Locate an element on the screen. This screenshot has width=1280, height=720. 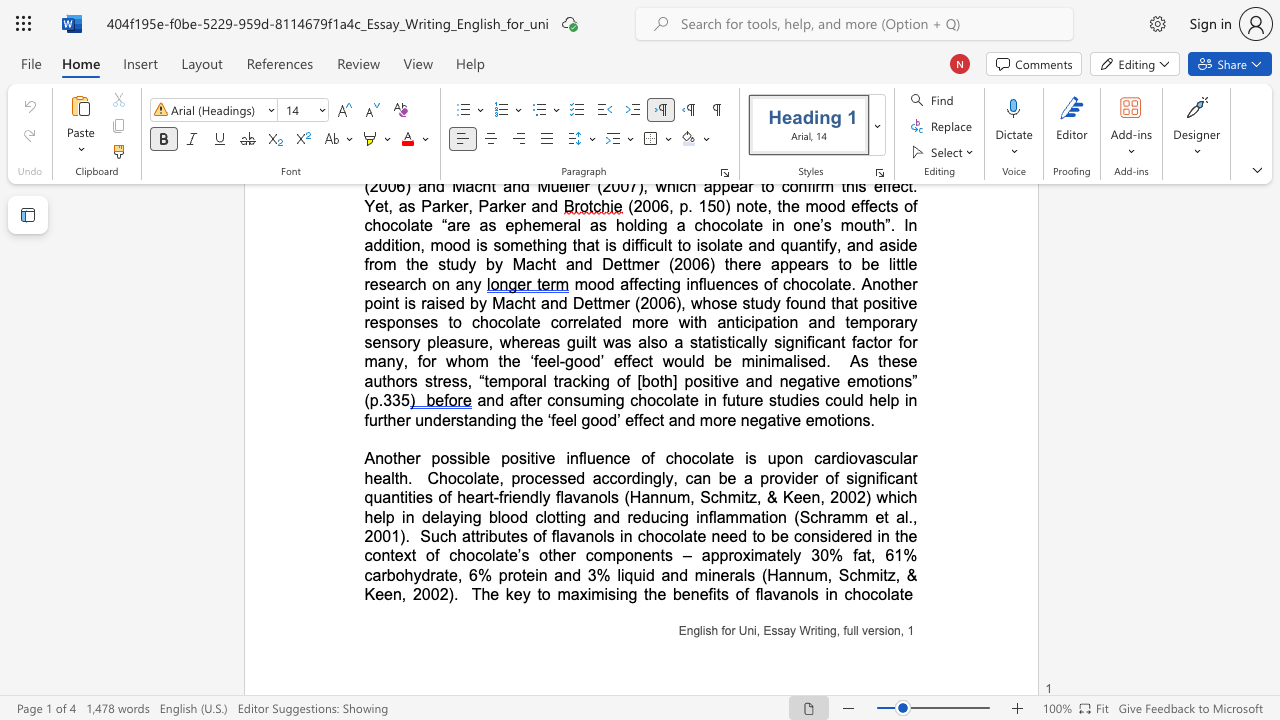
the subset text "e benefits of flavan" within the text "The key to maximising the benefits of flavanols in chocolate" is located at coordinates (657, 593).